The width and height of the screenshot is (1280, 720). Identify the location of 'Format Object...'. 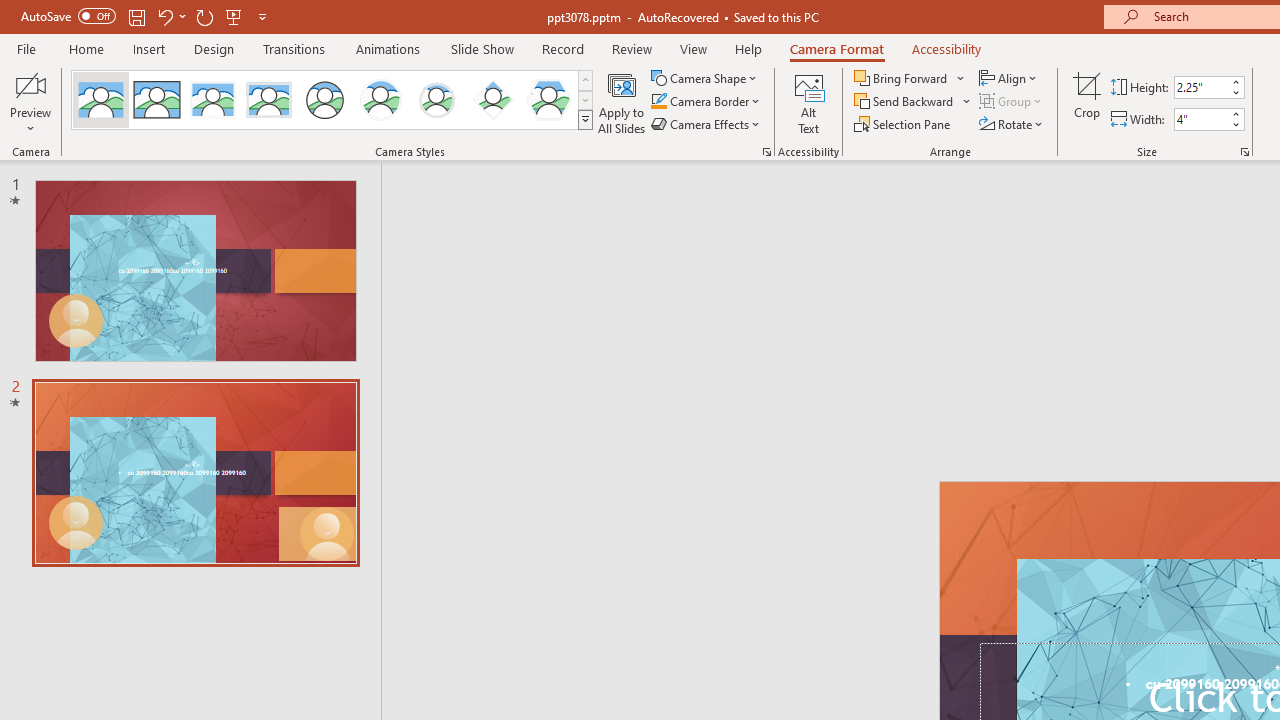
(765, 150).